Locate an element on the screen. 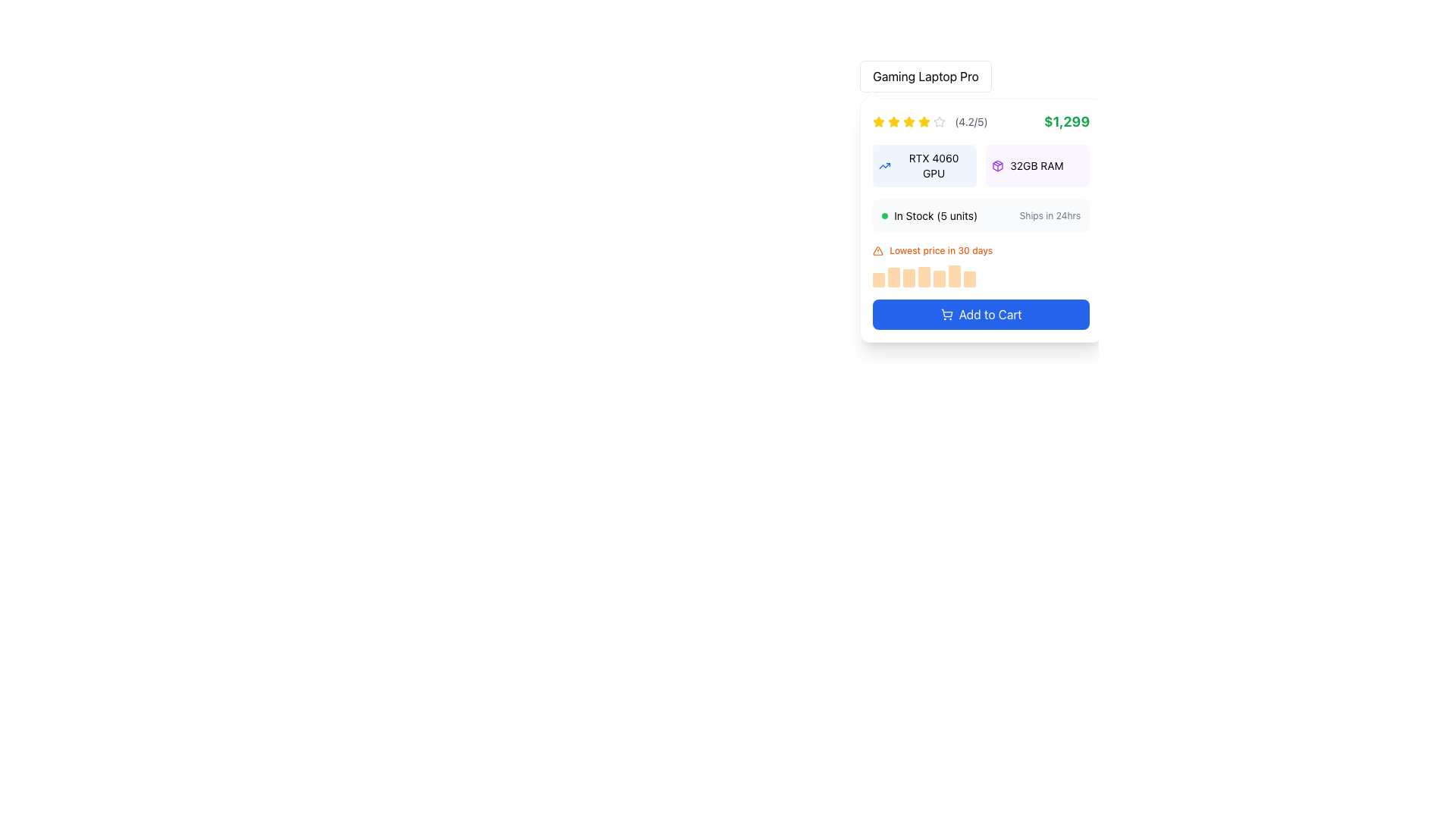 This screenshot has width=1456, height=819. the seventh and last bar in the horizontal sequence of bars representing values in a chart, located under the low prices label in the product information panel is located at coordinates (969, 279).